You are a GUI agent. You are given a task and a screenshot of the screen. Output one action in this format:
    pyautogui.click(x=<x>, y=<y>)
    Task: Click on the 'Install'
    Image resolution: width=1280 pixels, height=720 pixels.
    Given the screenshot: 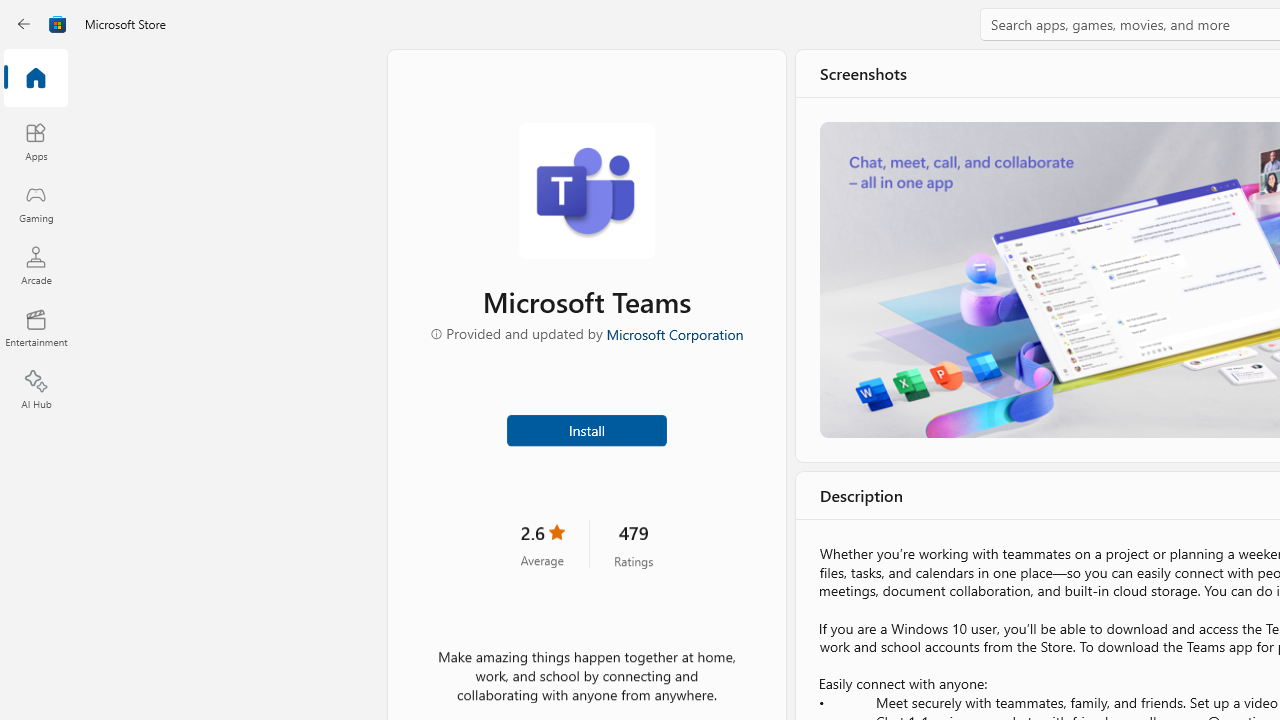 What is the action you would take?
    pyautogui.click(x=585, y=428)
    